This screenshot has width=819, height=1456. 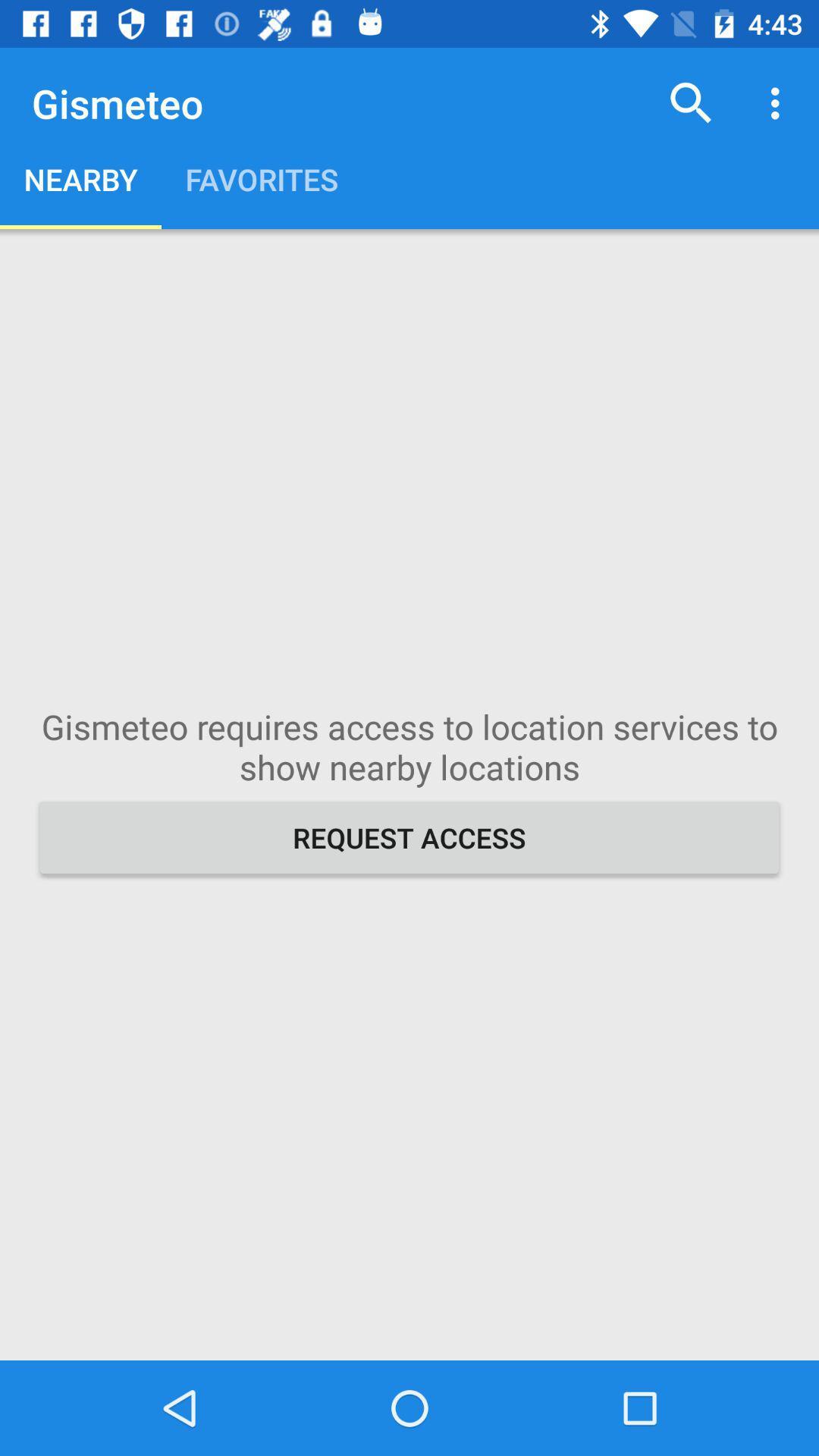 What do you see at coordinates (409, 836) in the screenshot?
I see `the request access icon` at bounding box center [409, 836].